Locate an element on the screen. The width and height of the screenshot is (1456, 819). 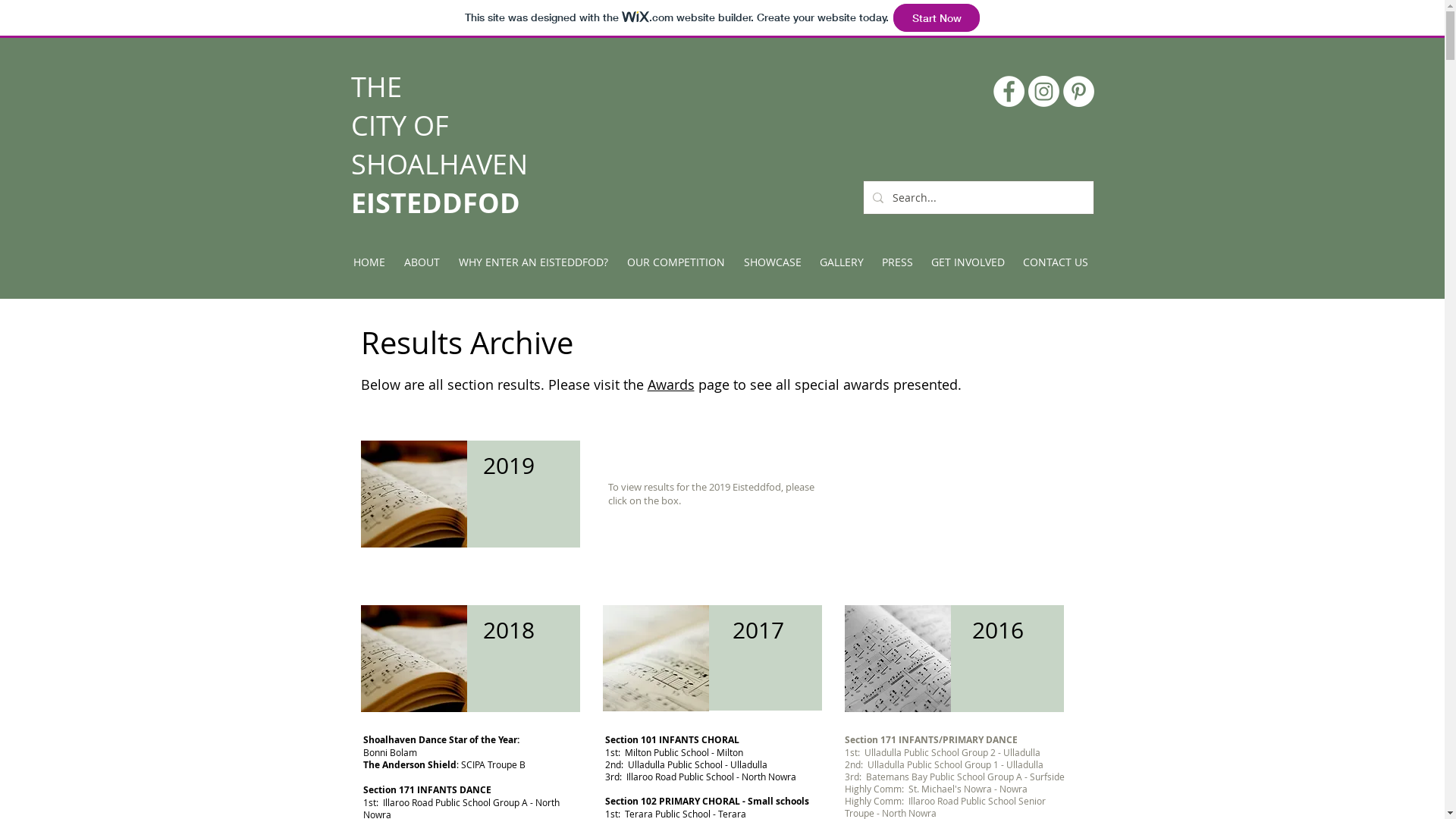
'GET INVOLVED' is located at coordinates (967, 262).